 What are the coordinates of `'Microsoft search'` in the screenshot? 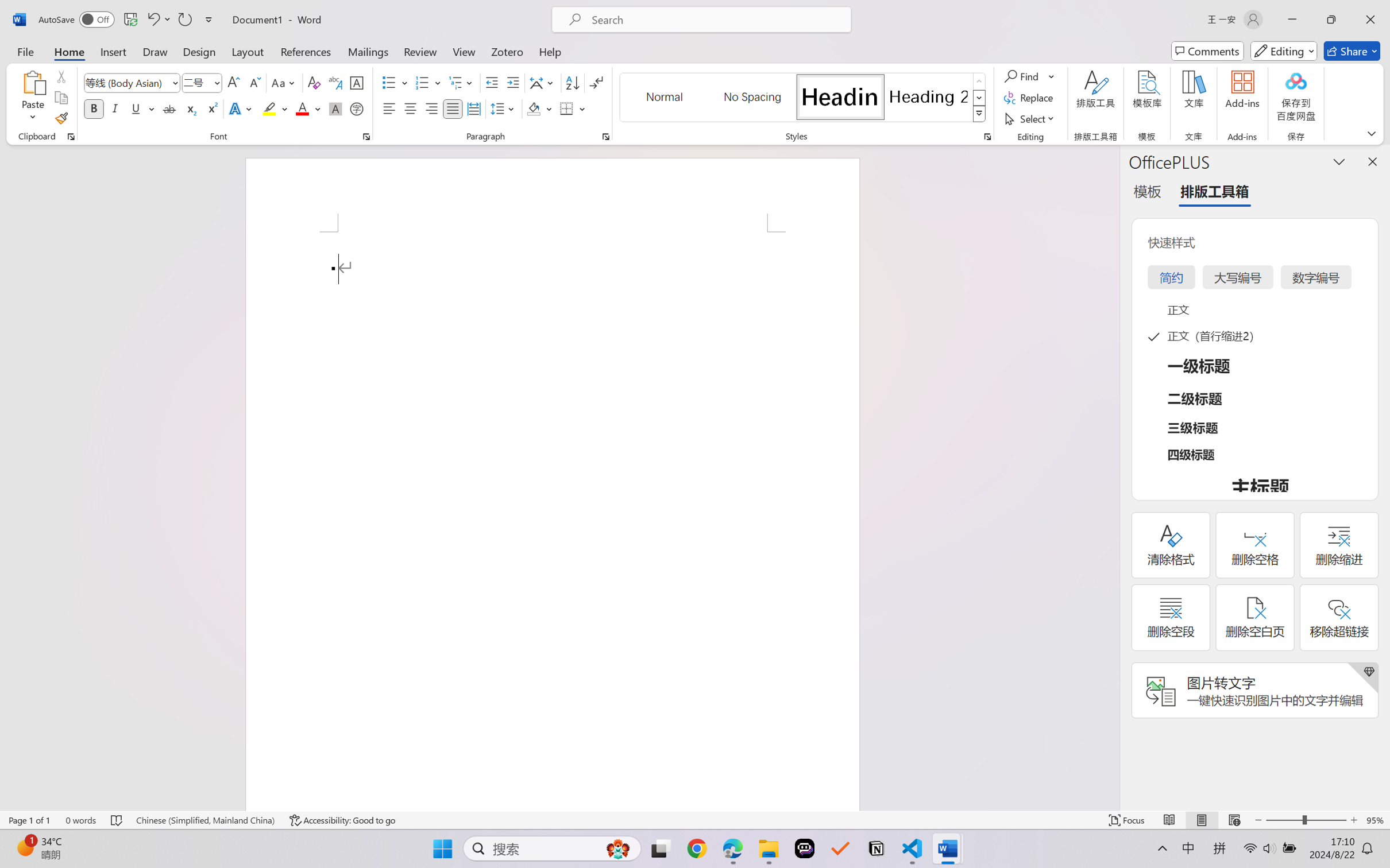 It's located at (716, 19).